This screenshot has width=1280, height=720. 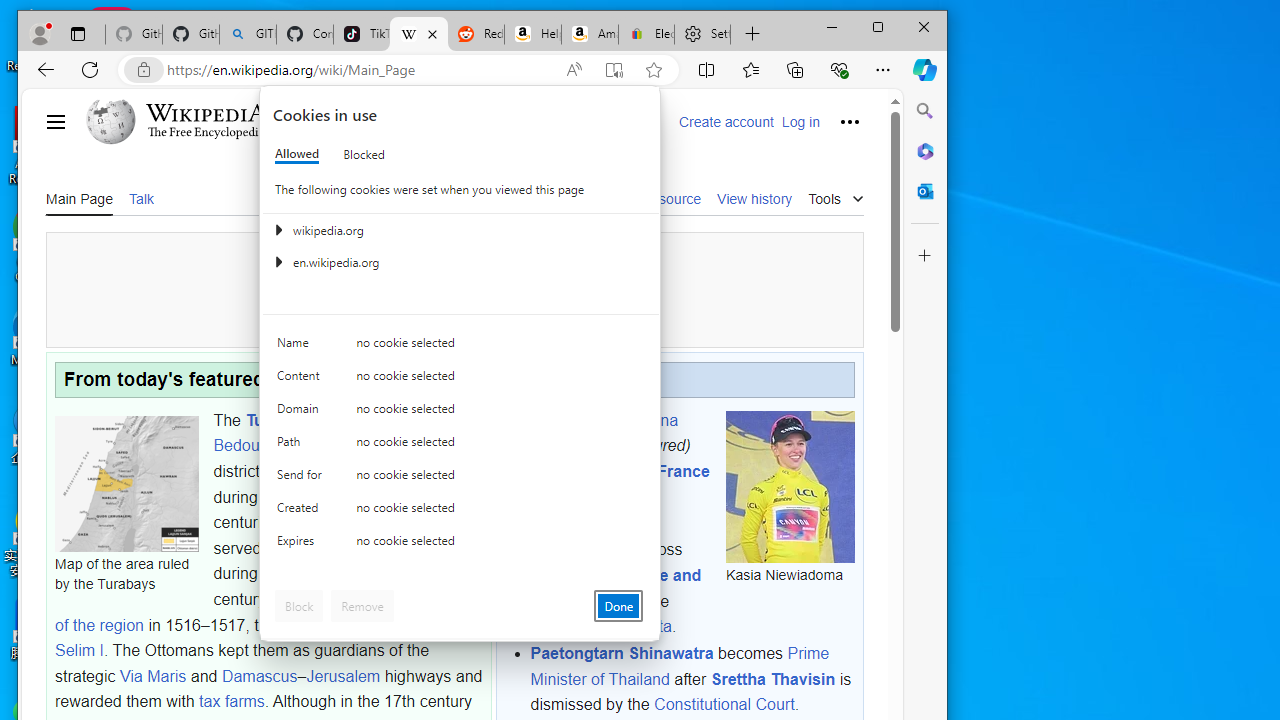 What do you see at coordinates (301, 346) in the screenshot?
I see `'Name'` at bounding box center [301, 346].